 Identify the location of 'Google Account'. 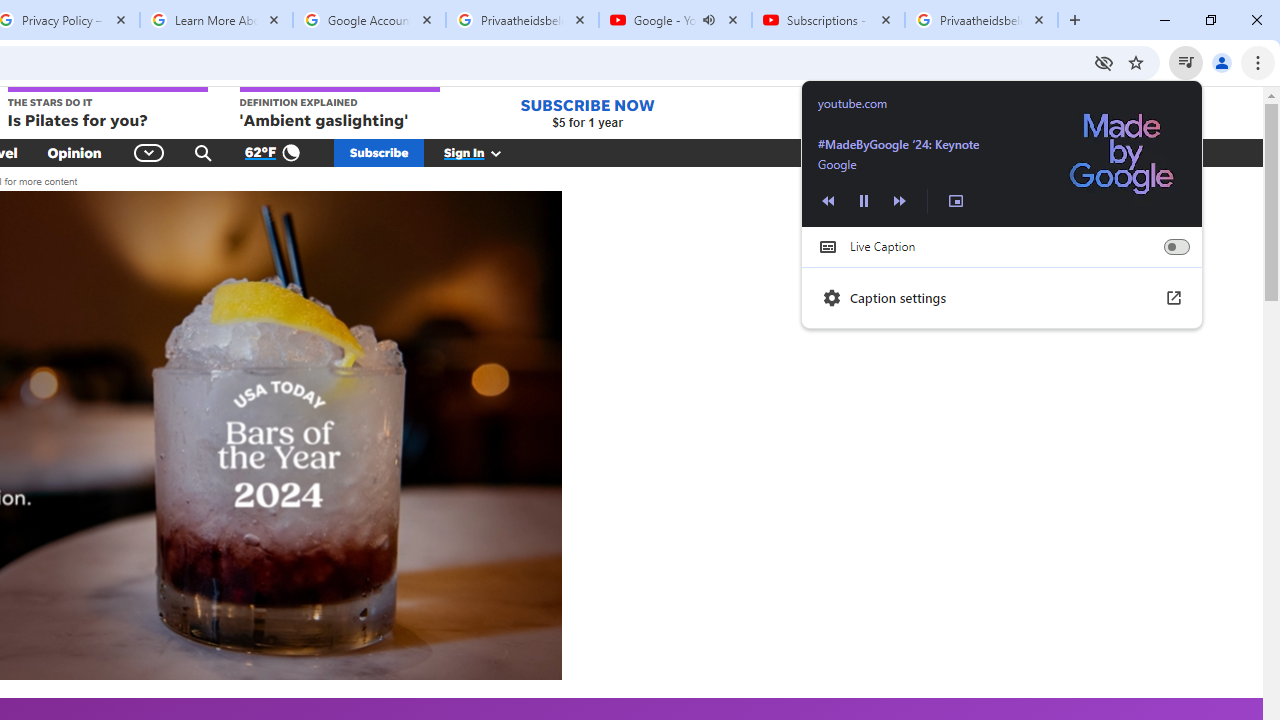
(369, 20).